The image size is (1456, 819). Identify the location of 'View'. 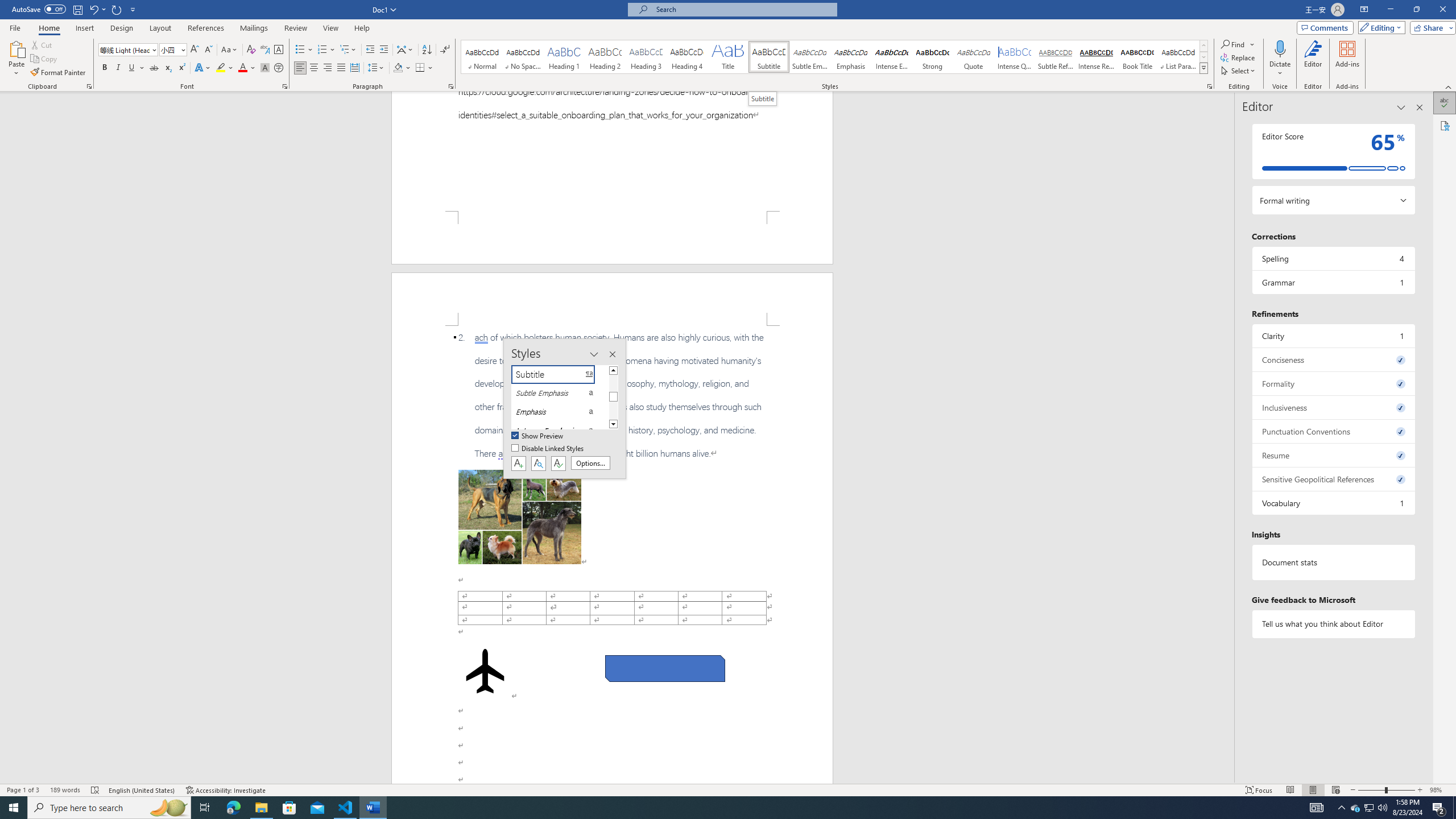
(331, 28).